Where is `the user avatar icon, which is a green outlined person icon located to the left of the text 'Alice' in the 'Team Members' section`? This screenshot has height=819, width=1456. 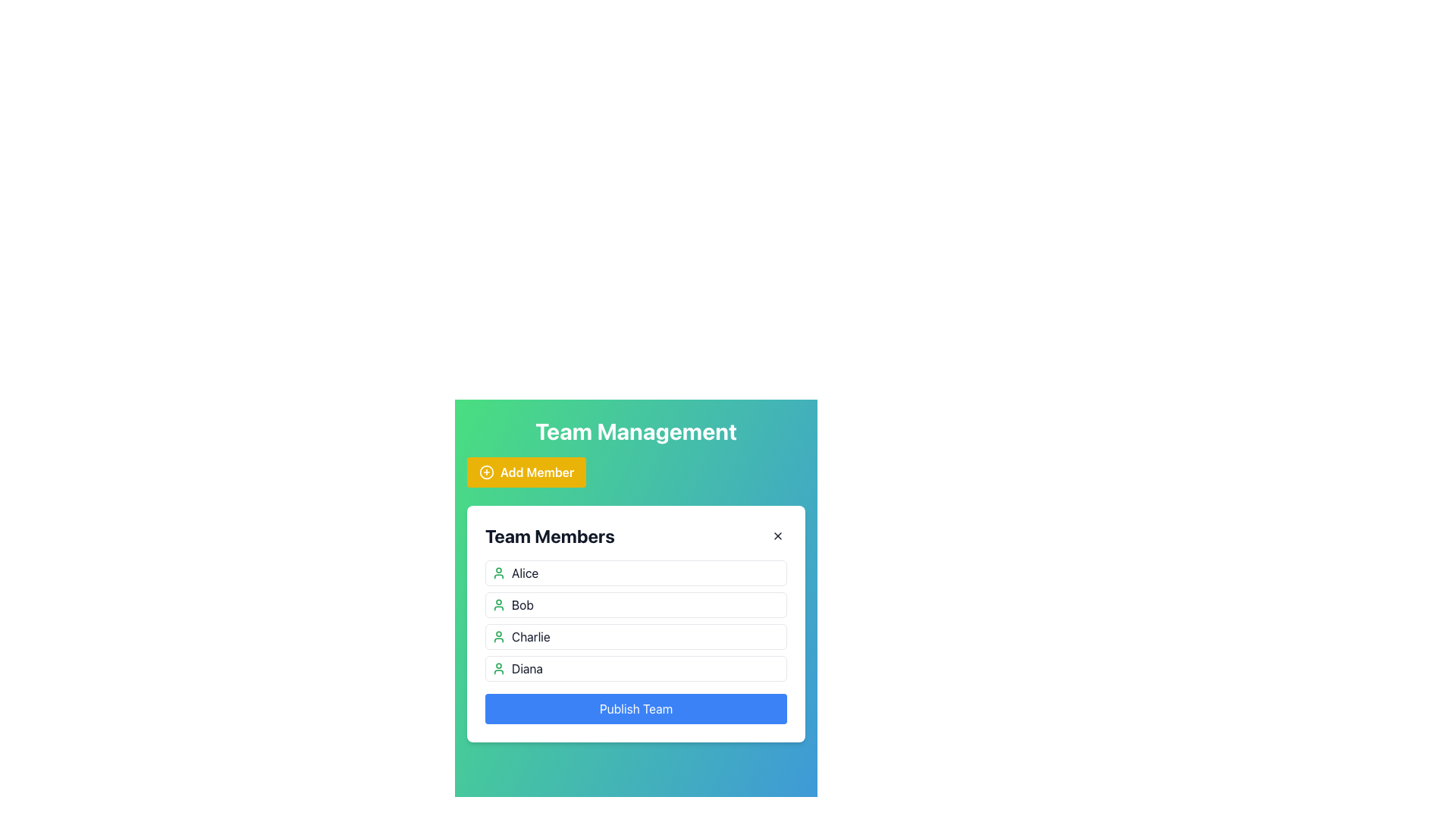
the user avatar icon, which is a green outlined person icon located to the left of the text 'Alice' in the 'Team Members' section is located at coordinates (498, 573).